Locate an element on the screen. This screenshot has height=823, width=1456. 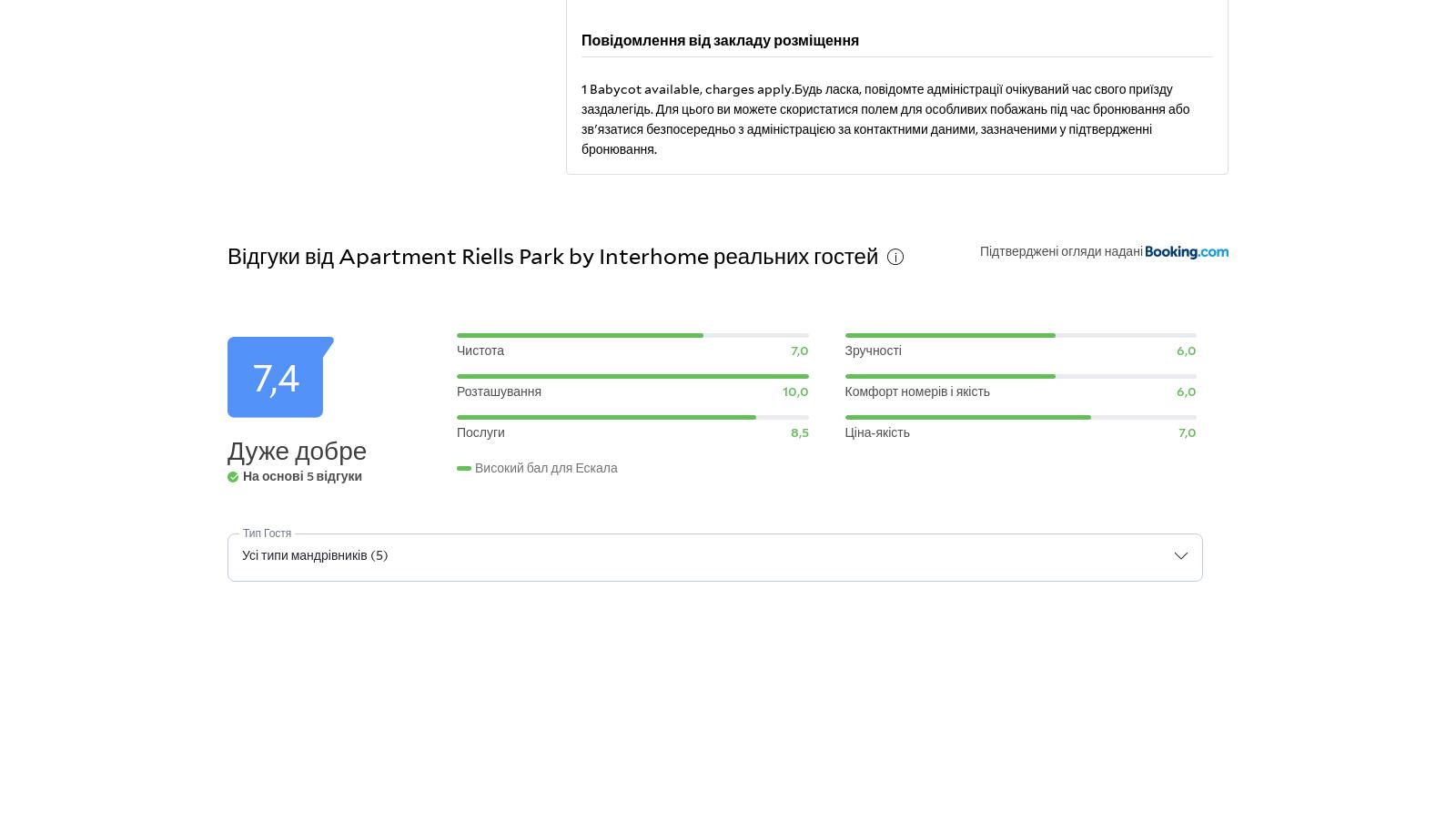
'1 Babycot available, charges apply.Будь ласка, повідомте адміністрації  очікуваний час свого приїзду заздалегідь. Для цього ви можете скористатися полем для особливих побажань під час бронювання або зв'язатися безпосередньо з адміністрацією за контактними даними, зазначеними у підтвердженні бронювання.' is located at coordinates (884, 117).